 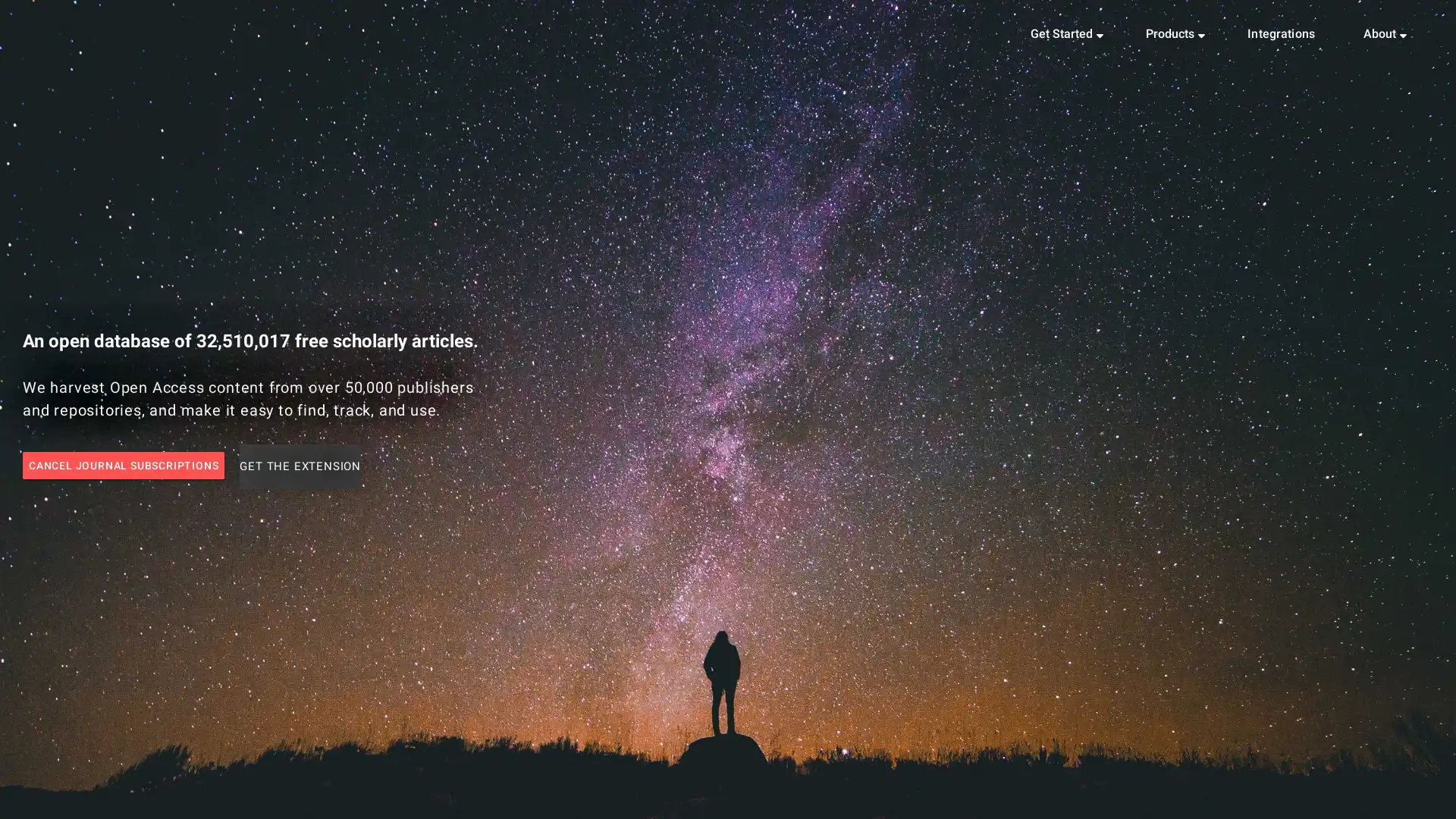 What do you see at coordinates (1065, 33) in the screenshot?
I see `Get Started` at bounding box center [1065, 33].